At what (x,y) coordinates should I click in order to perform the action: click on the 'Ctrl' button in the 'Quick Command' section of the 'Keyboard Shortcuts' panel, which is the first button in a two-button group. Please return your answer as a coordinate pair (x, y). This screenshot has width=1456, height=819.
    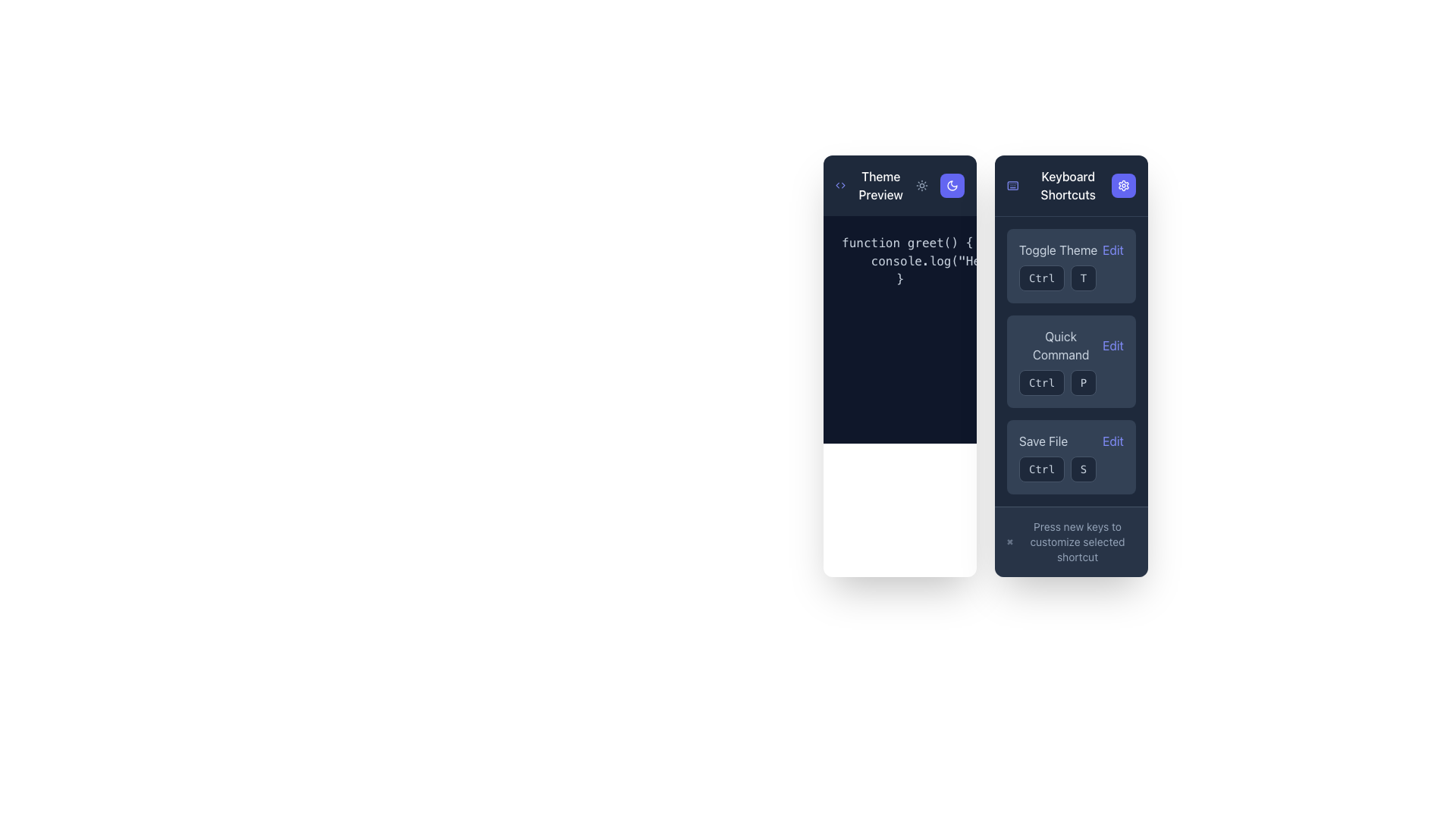
    Looking at the image, I should click on (1040, 382).